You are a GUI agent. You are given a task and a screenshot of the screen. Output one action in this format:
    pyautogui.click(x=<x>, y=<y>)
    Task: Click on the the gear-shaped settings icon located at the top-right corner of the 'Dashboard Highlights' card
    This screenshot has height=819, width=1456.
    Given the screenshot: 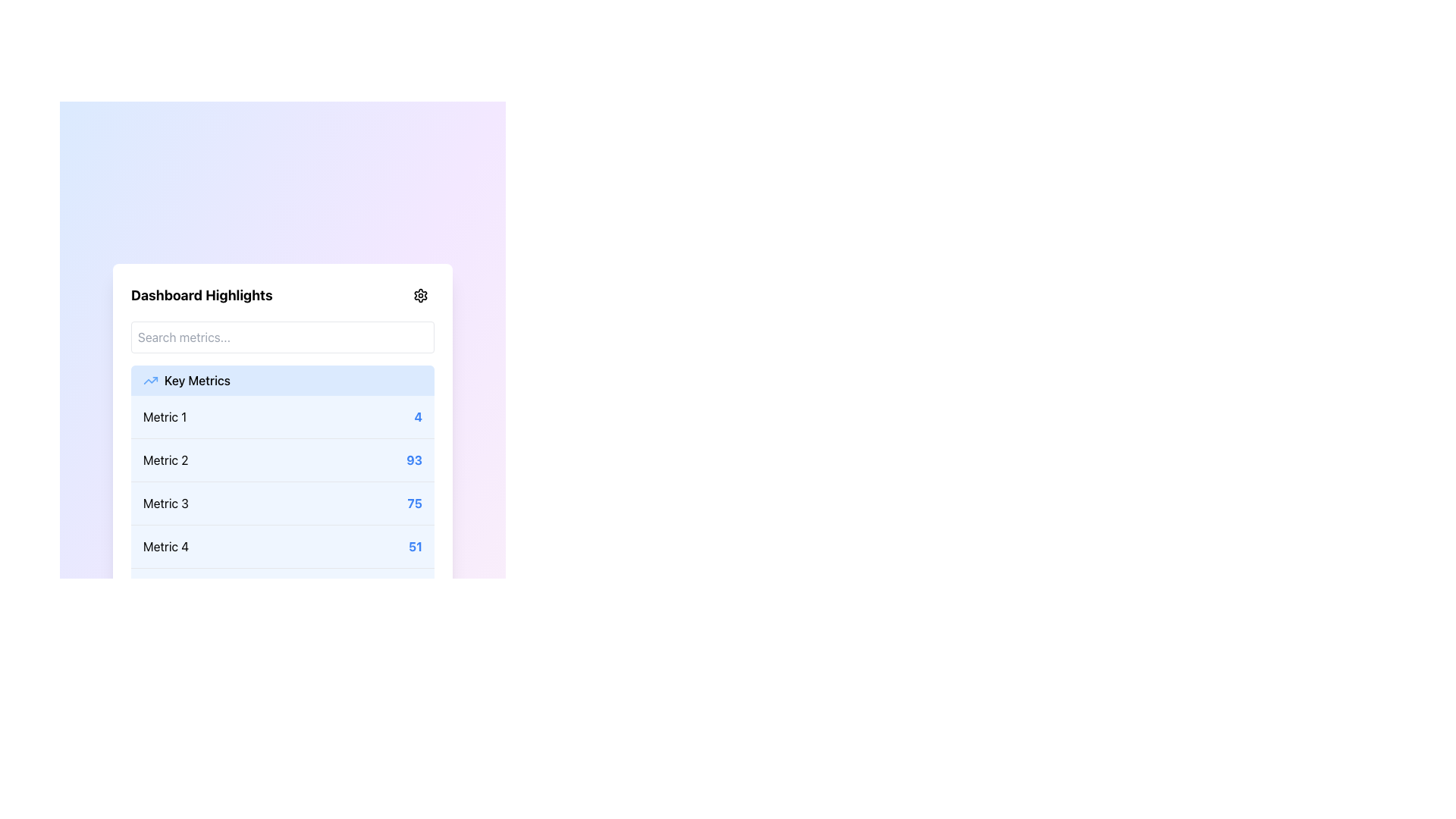 What is the action you would take?
    pyautogui.click(x=421, y=295)
    